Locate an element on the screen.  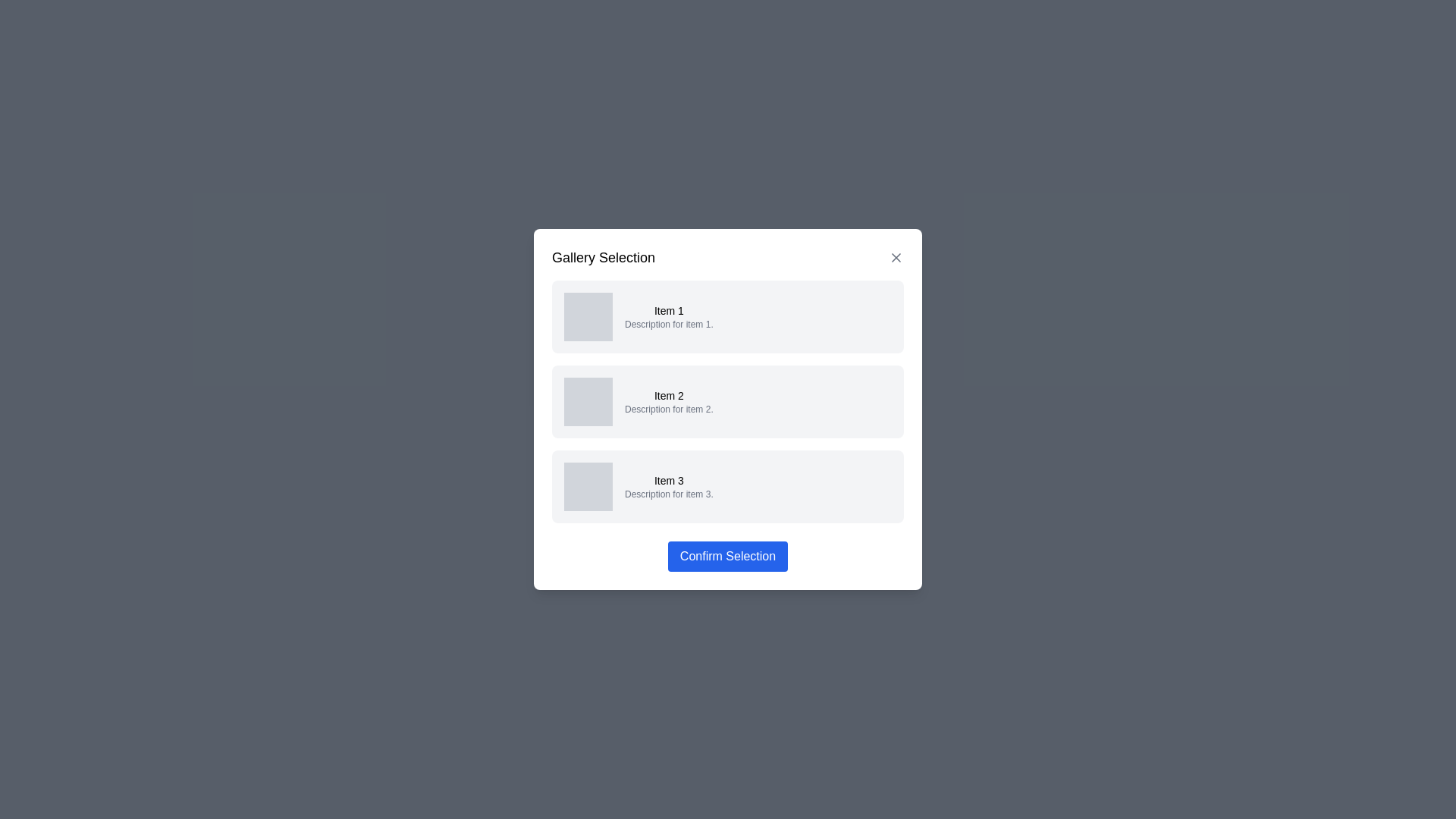
the 'Item 3' text within the selection box is located at coordinates (668, 486).